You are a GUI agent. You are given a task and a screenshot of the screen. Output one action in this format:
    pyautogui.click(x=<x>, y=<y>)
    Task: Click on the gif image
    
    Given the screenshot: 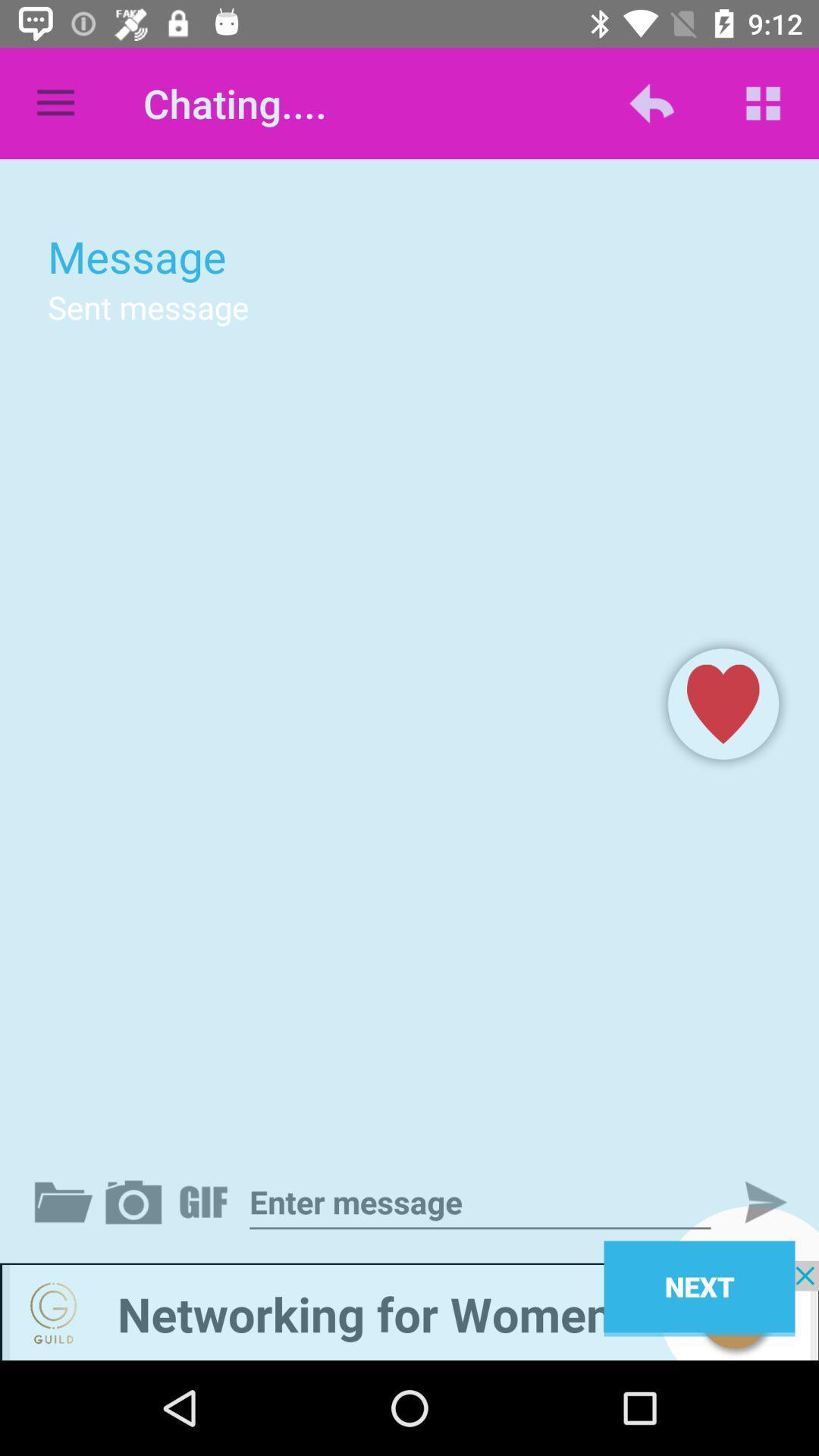 What is the action you would take?
    pyautogui.click(x=206, y=1201)
    